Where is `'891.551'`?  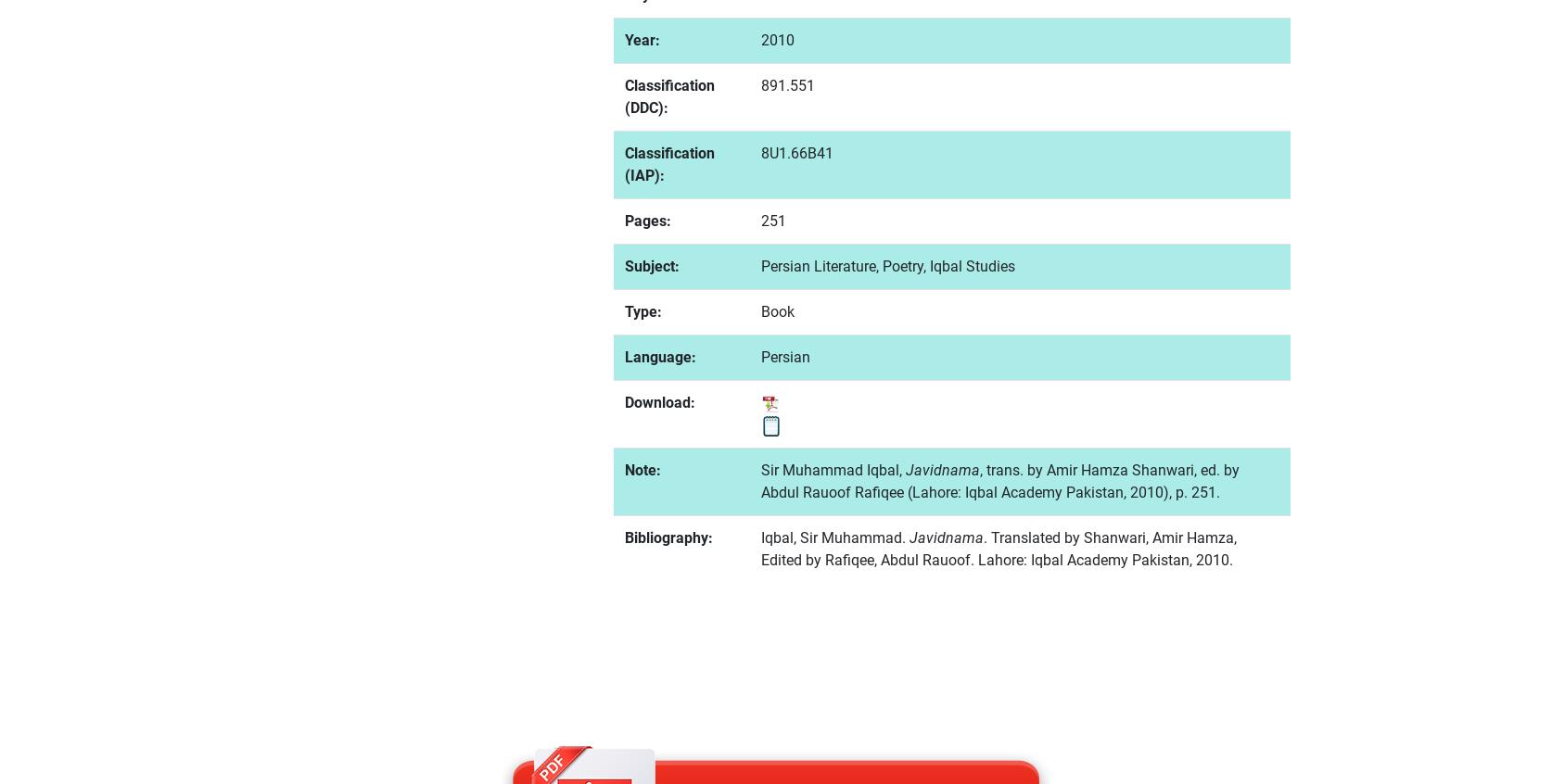
'891.551' is located at coordinates (758, 84).